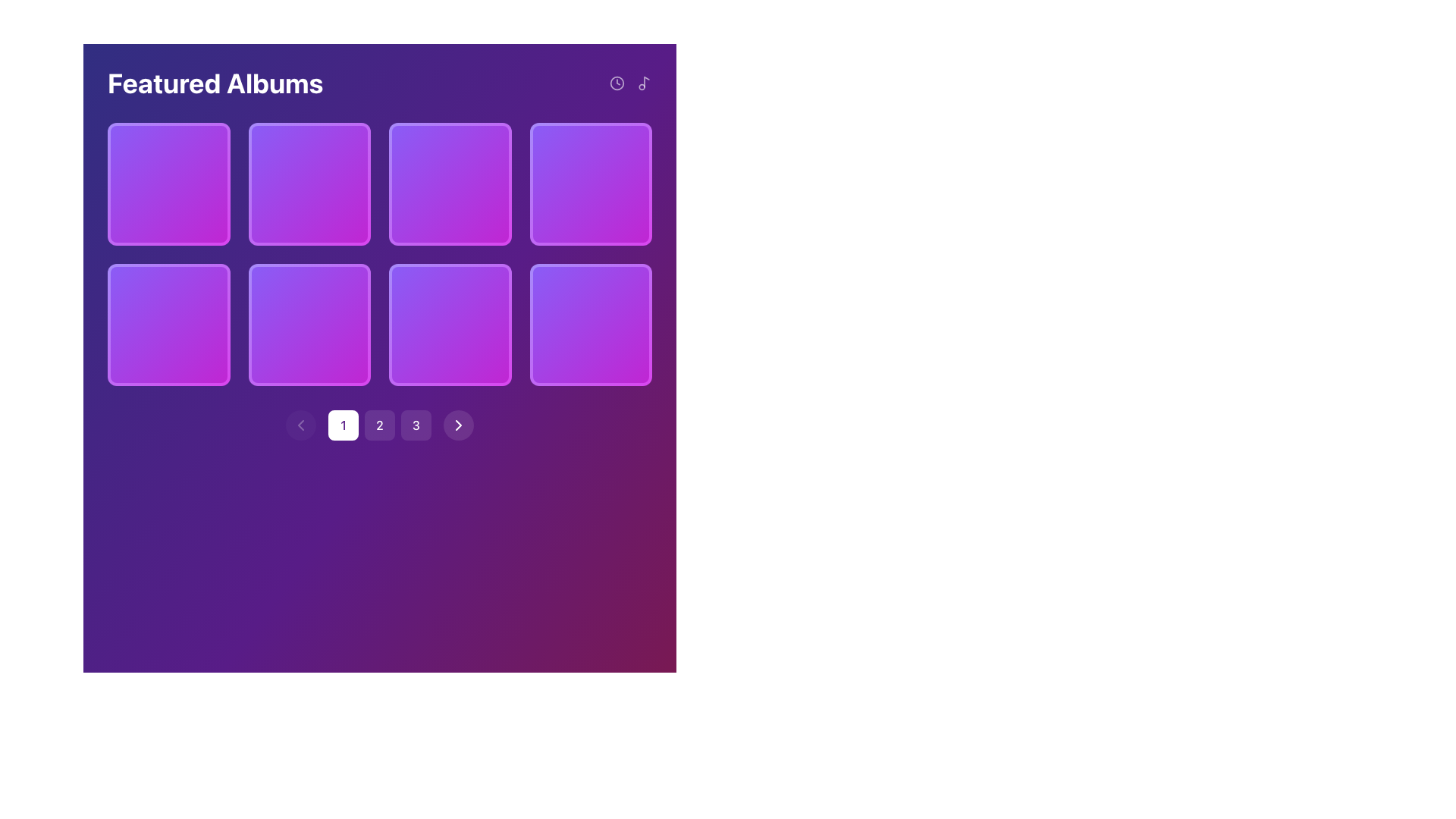  Describe the element at coordinates (168, 324) in the screenshot. I see `the composite UI element displaying 'Album 5' and 'Artist 5' in the second row, first column of the album grid` at that location.